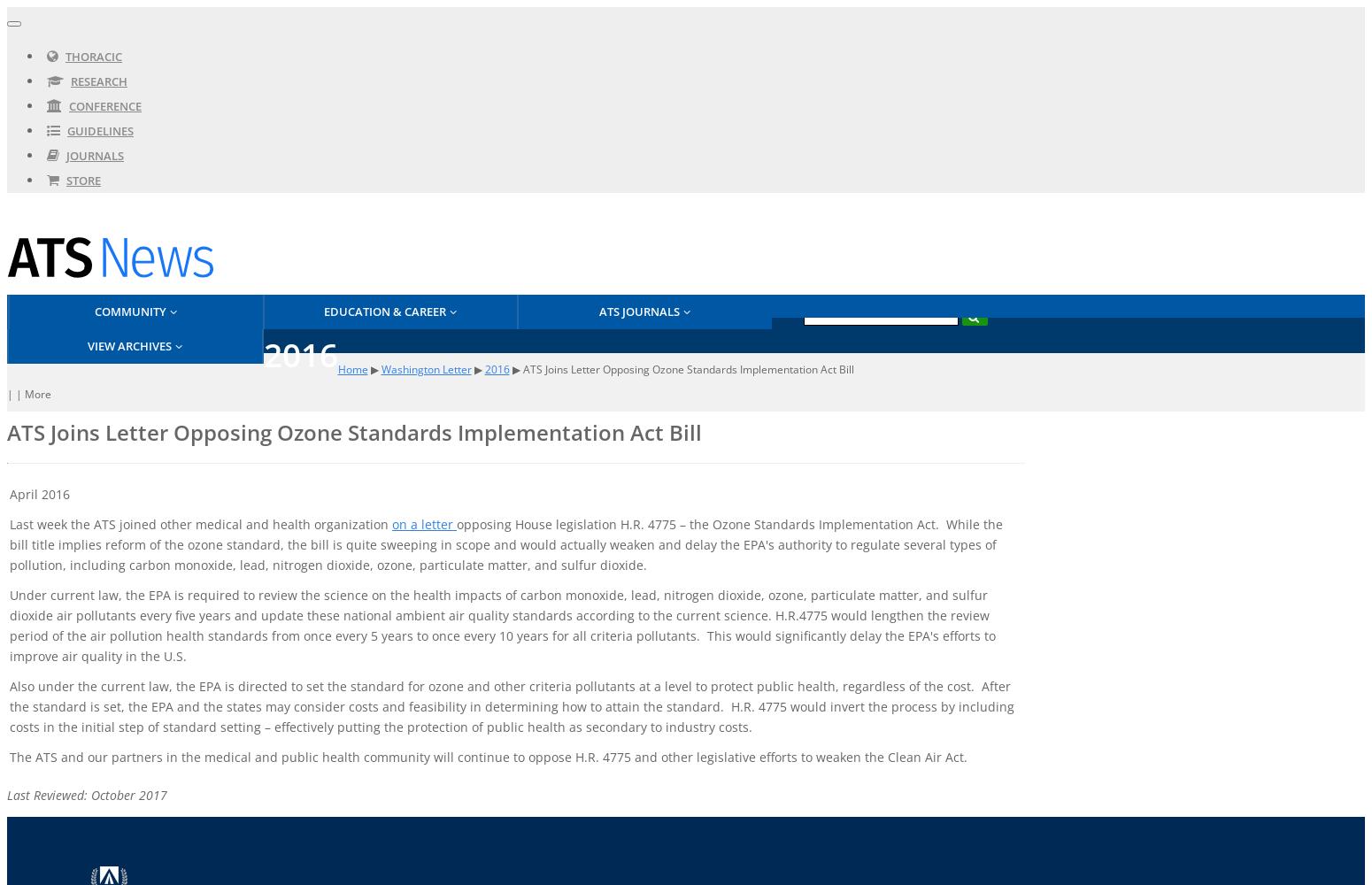 This screenshot has height=885, width=1372. Describe the element at coordinates (64, 56) in the screenshot. I see `'THORACIC'` at that location.